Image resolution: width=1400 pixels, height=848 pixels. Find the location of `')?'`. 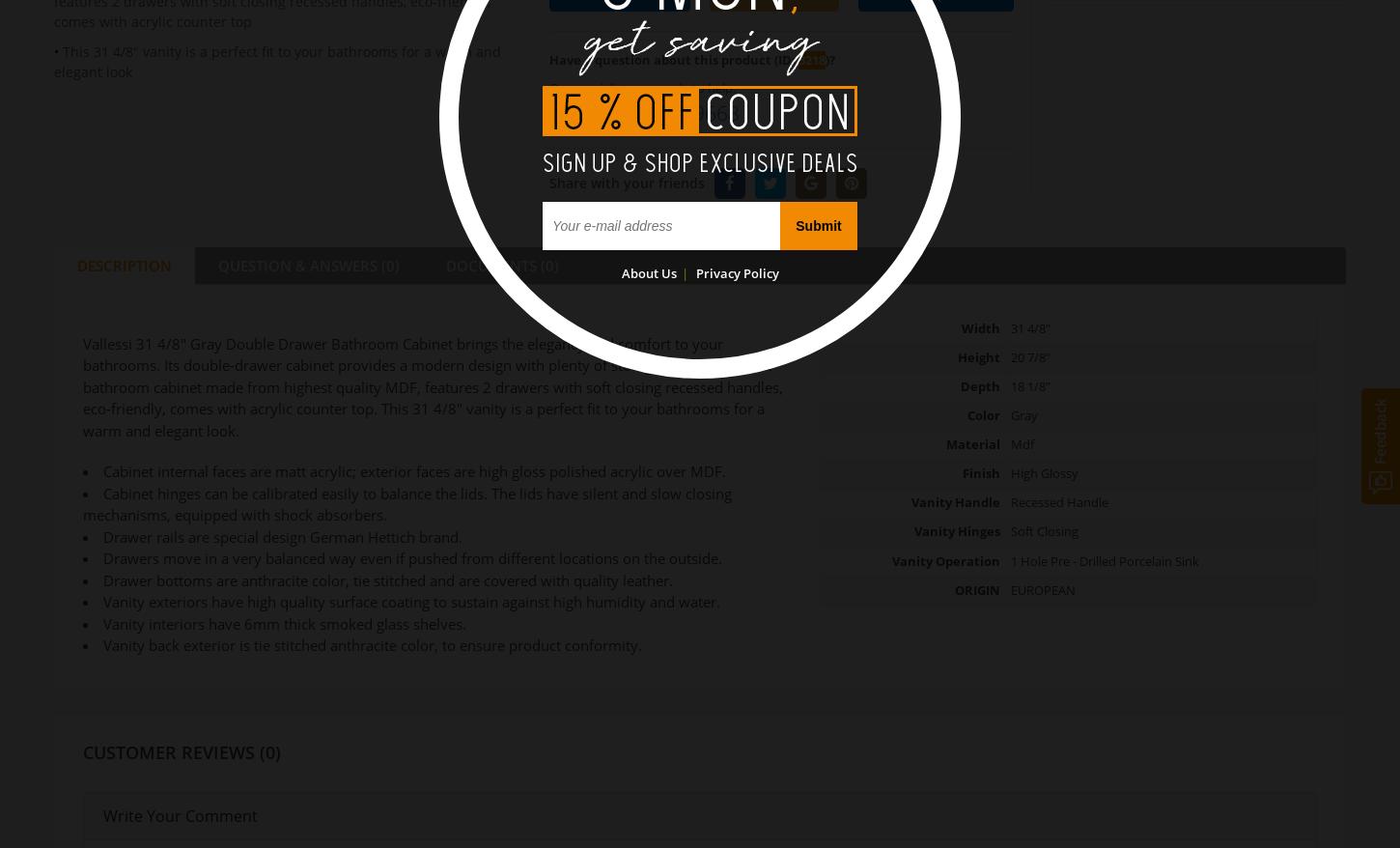

')?' is located at coordinates (828, 59).